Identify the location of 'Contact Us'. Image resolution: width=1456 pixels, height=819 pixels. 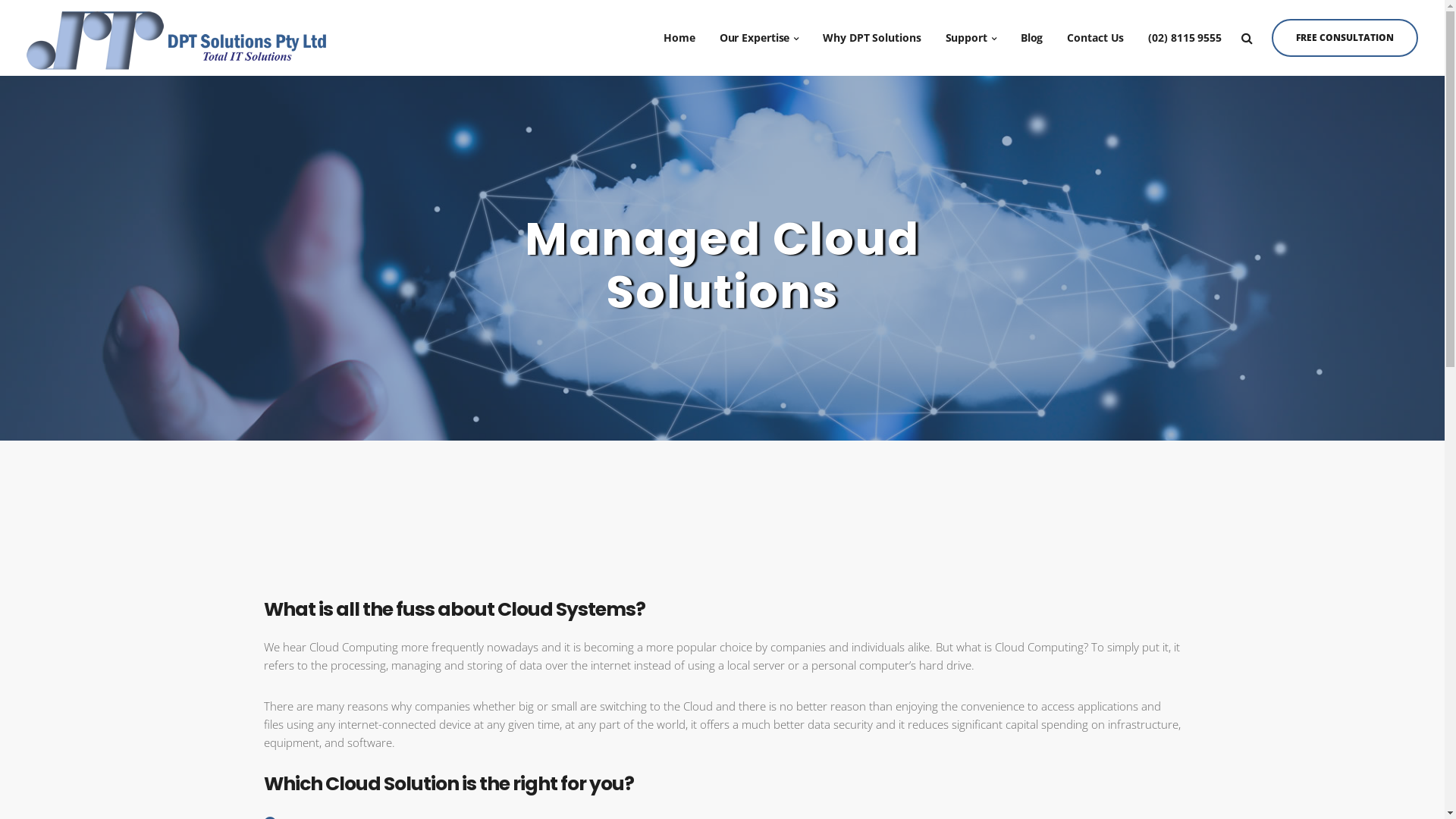
(1095, 37).